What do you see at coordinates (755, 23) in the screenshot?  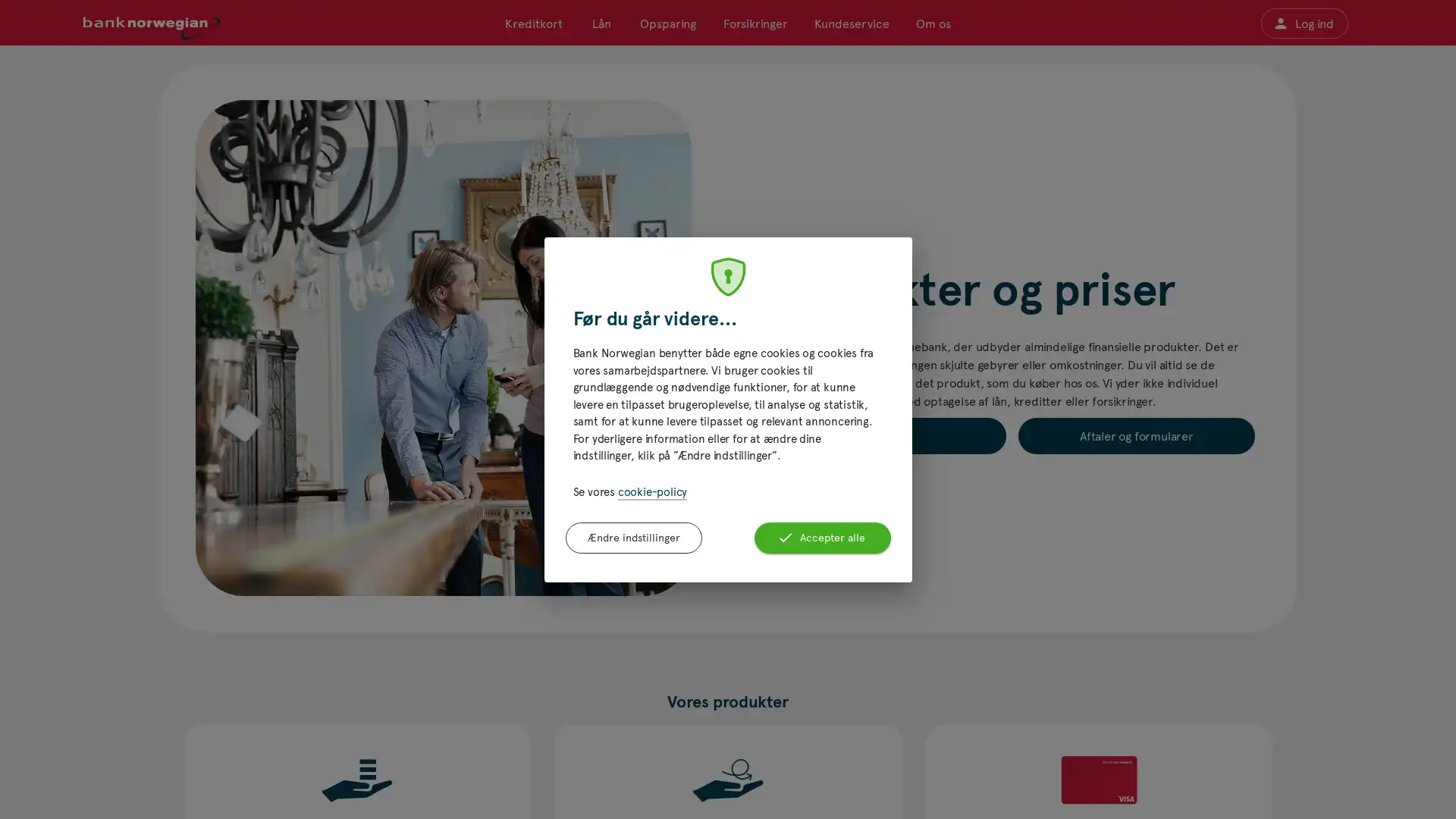 I see `Forsikringer` at bounding box center [755, 23].